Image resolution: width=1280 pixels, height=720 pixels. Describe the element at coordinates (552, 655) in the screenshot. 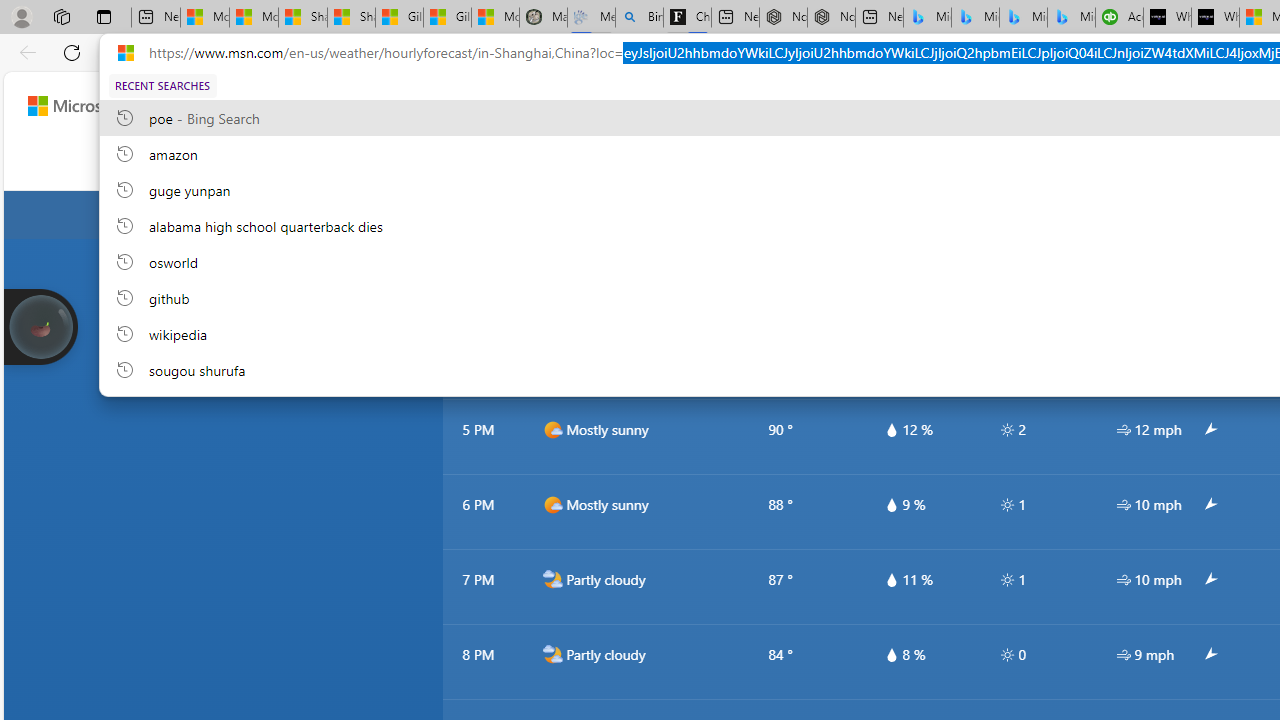

I see `'n2000'` at that location.